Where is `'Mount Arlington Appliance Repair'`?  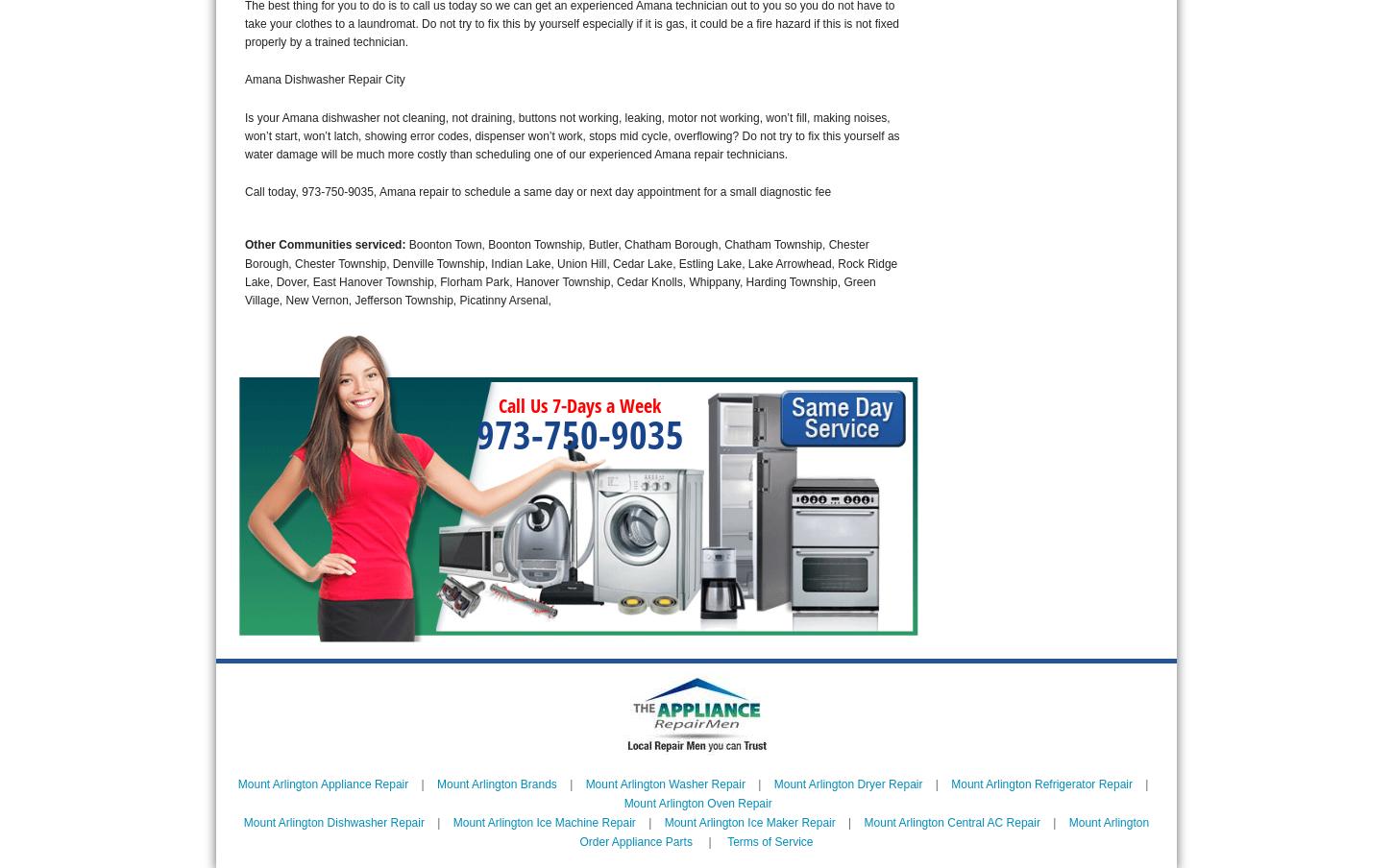 'Mount Arlington Appliance Repair' is located at coordinates (322, 783).